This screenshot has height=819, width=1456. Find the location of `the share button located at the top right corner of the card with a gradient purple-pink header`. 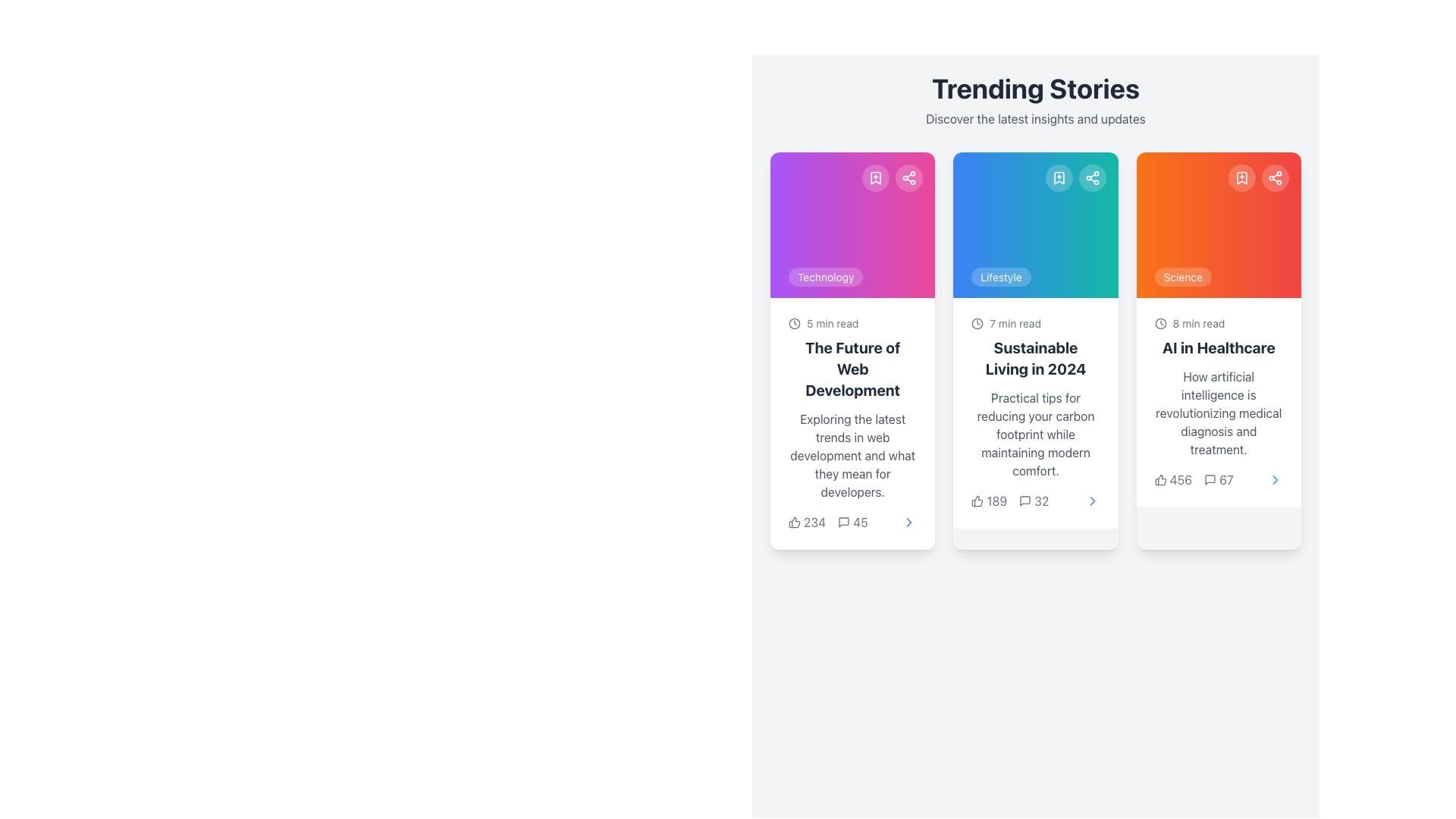

the share button located at the top right corner of the card with a gradient purple-pink header is located at coordinates (909, 177).